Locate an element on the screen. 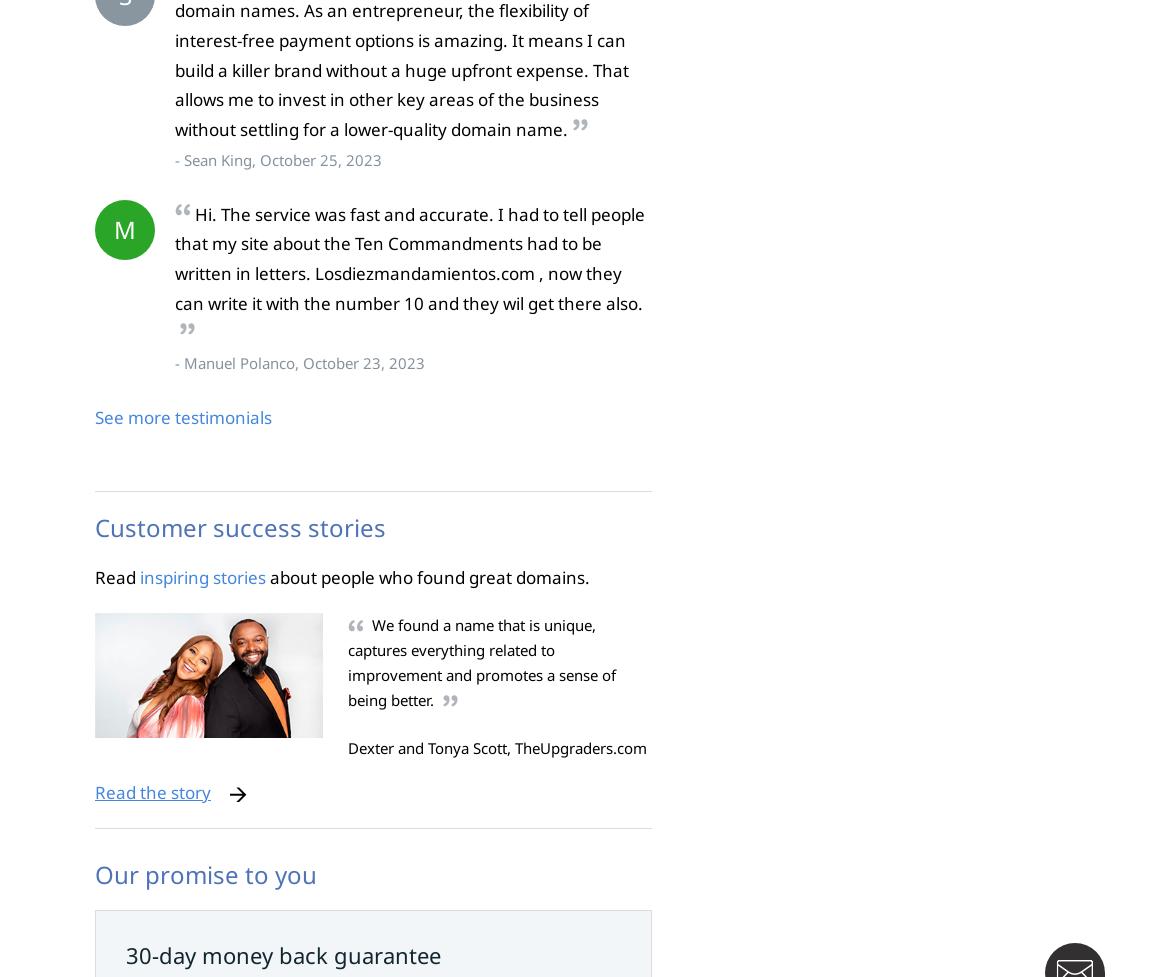 This screenshot has width=1150, height=977. 'See more testimonials' is located at coordinates (93, 417).